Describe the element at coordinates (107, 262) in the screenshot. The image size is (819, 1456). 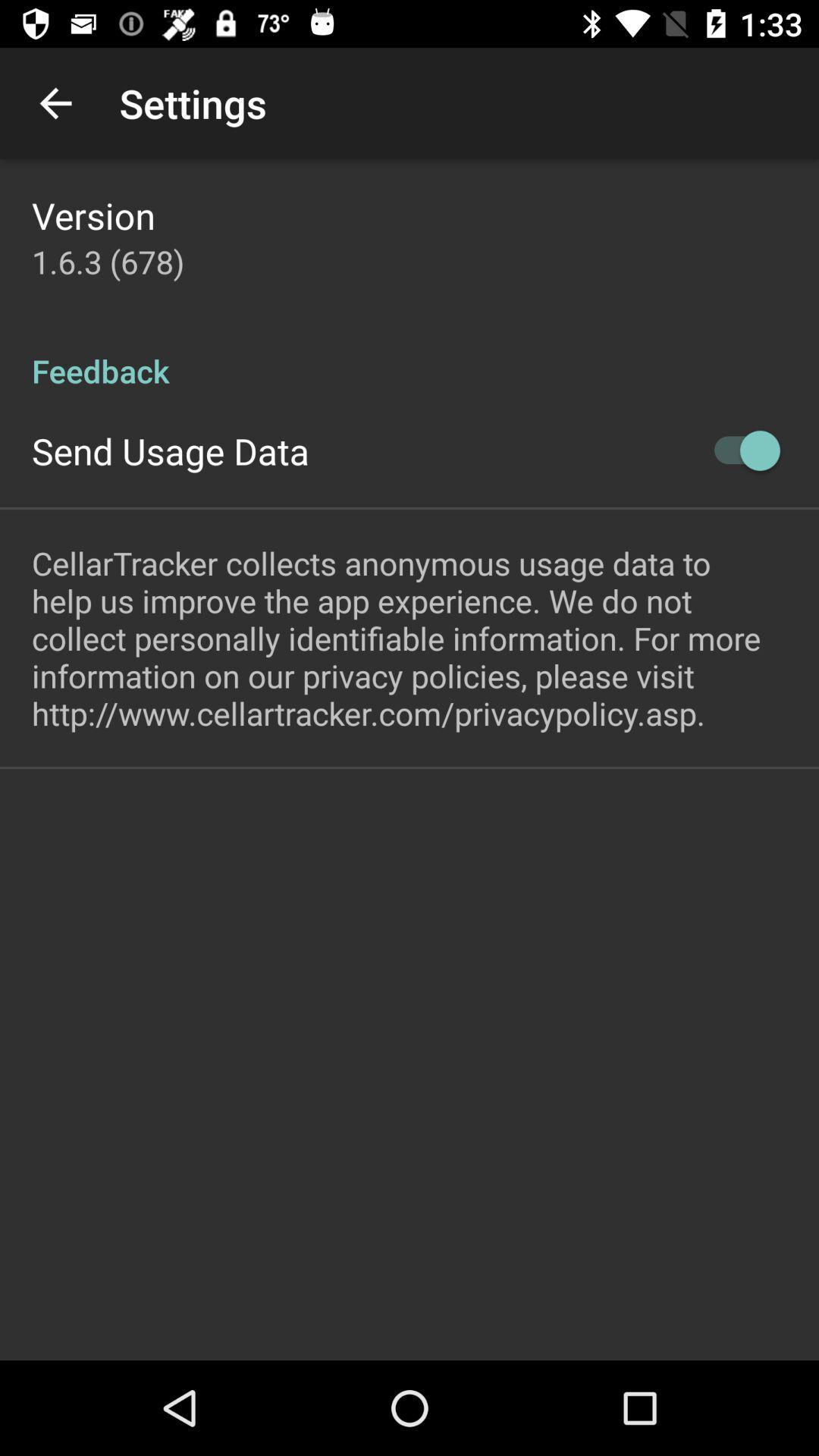
I see `1 6 3` at that location.